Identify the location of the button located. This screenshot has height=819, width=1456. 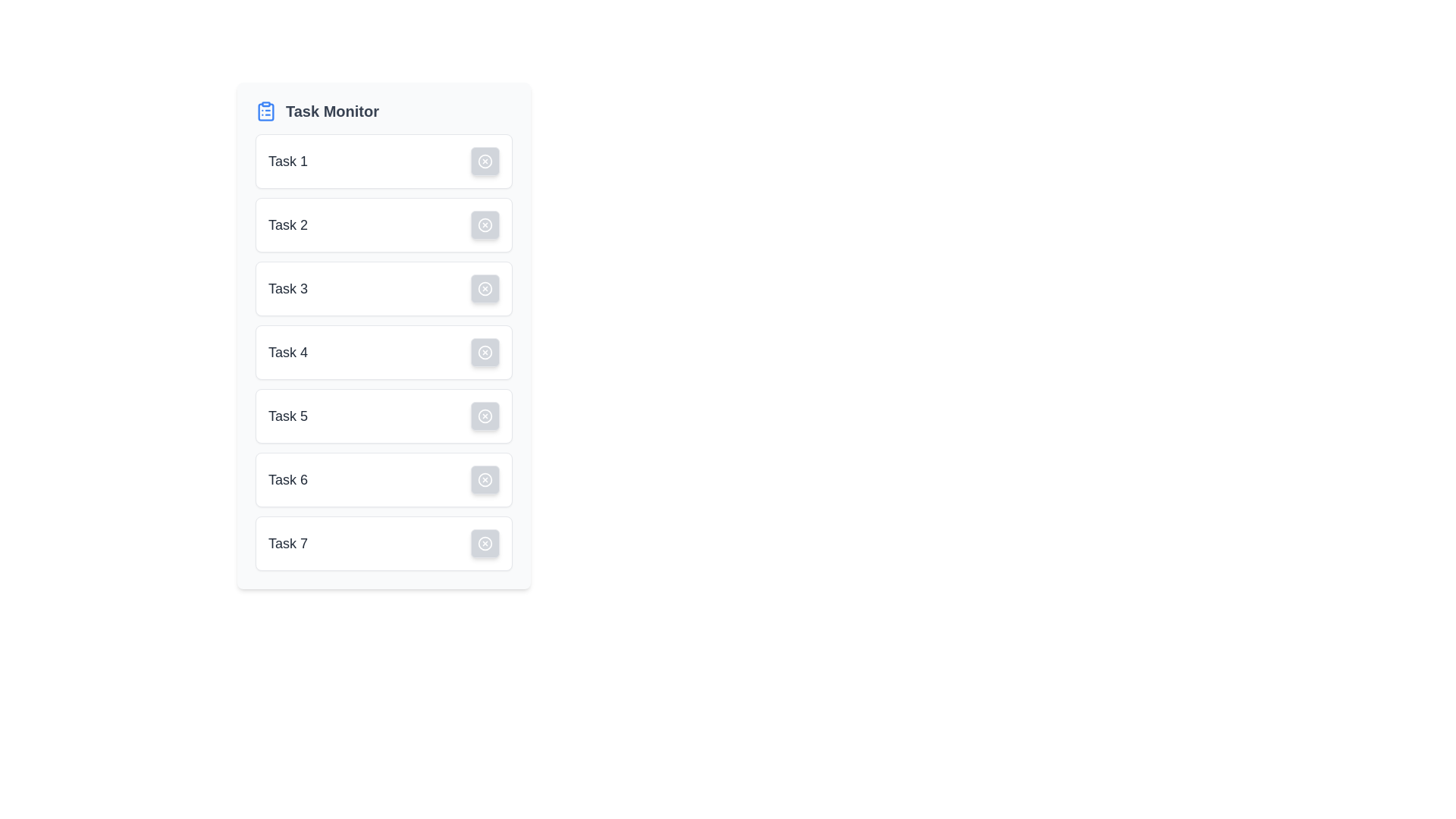
(484, 353).